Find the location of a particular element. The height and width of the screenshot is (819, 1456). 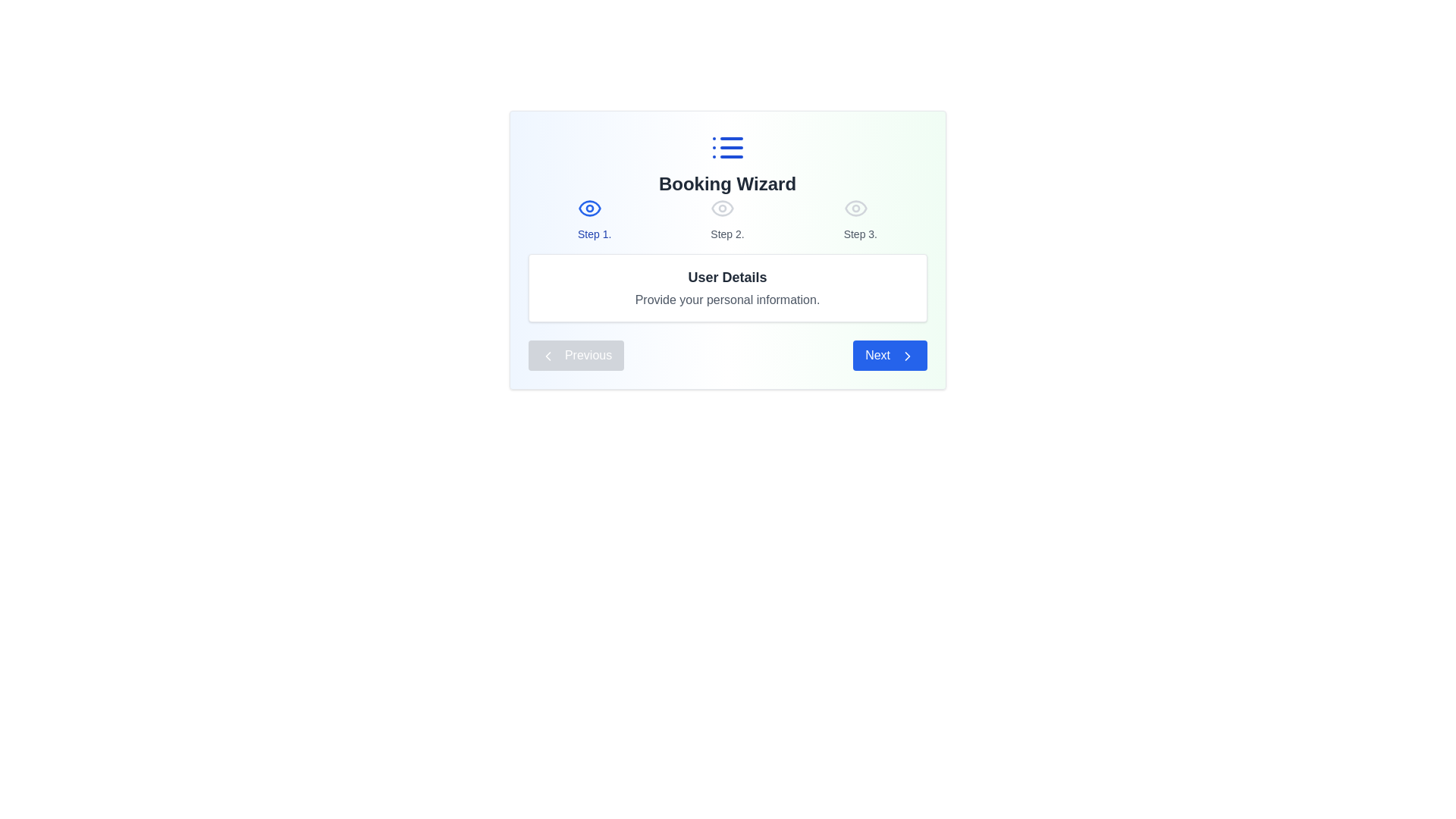

the blue eye icon located above the text 'Step 1' in the Booking Wizard layout is located at coordinates (594, 219).